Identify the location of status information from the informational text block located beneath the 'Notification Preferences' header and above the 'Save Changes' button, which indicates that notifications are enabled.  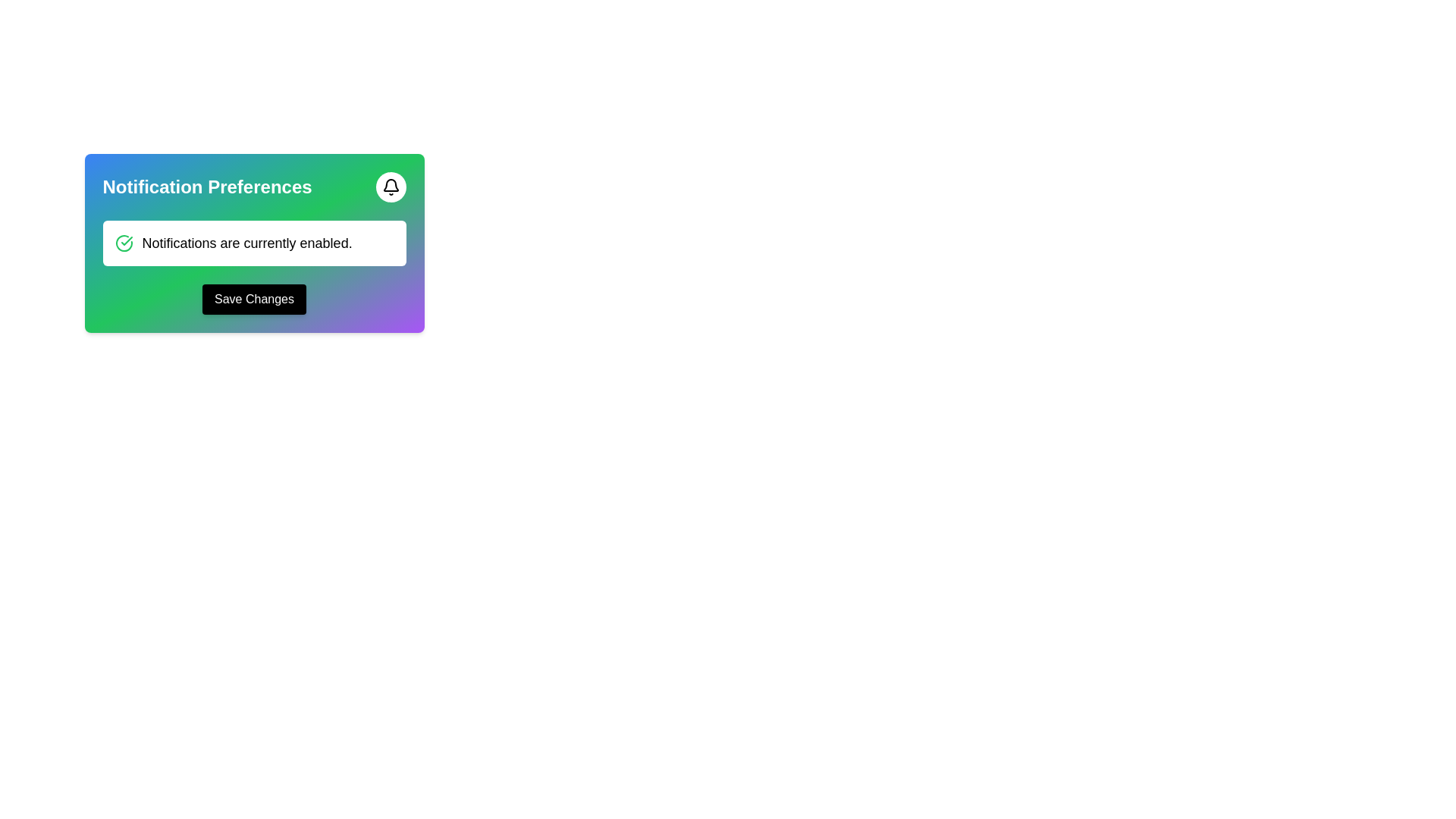
(254, 242).